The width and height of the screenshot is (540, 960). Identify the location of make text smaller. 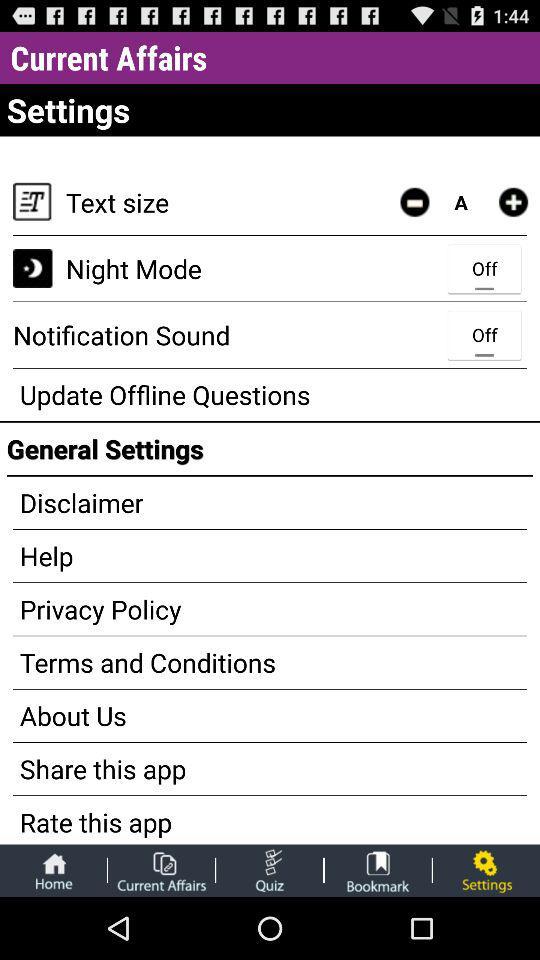
(413, 202).